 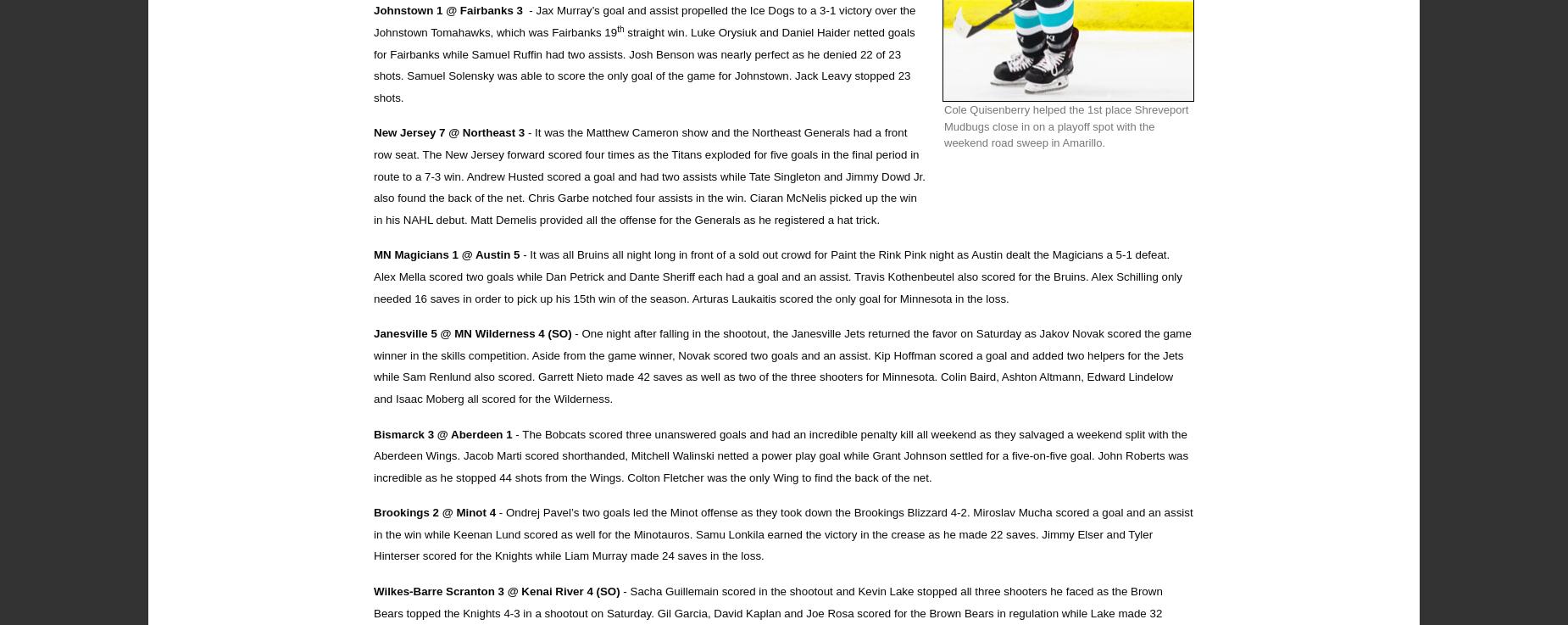 I want to click on 'Wilkes-Barre Scranton 3 @ Kenai River 4 (SO)', so click(x=498, y=591).